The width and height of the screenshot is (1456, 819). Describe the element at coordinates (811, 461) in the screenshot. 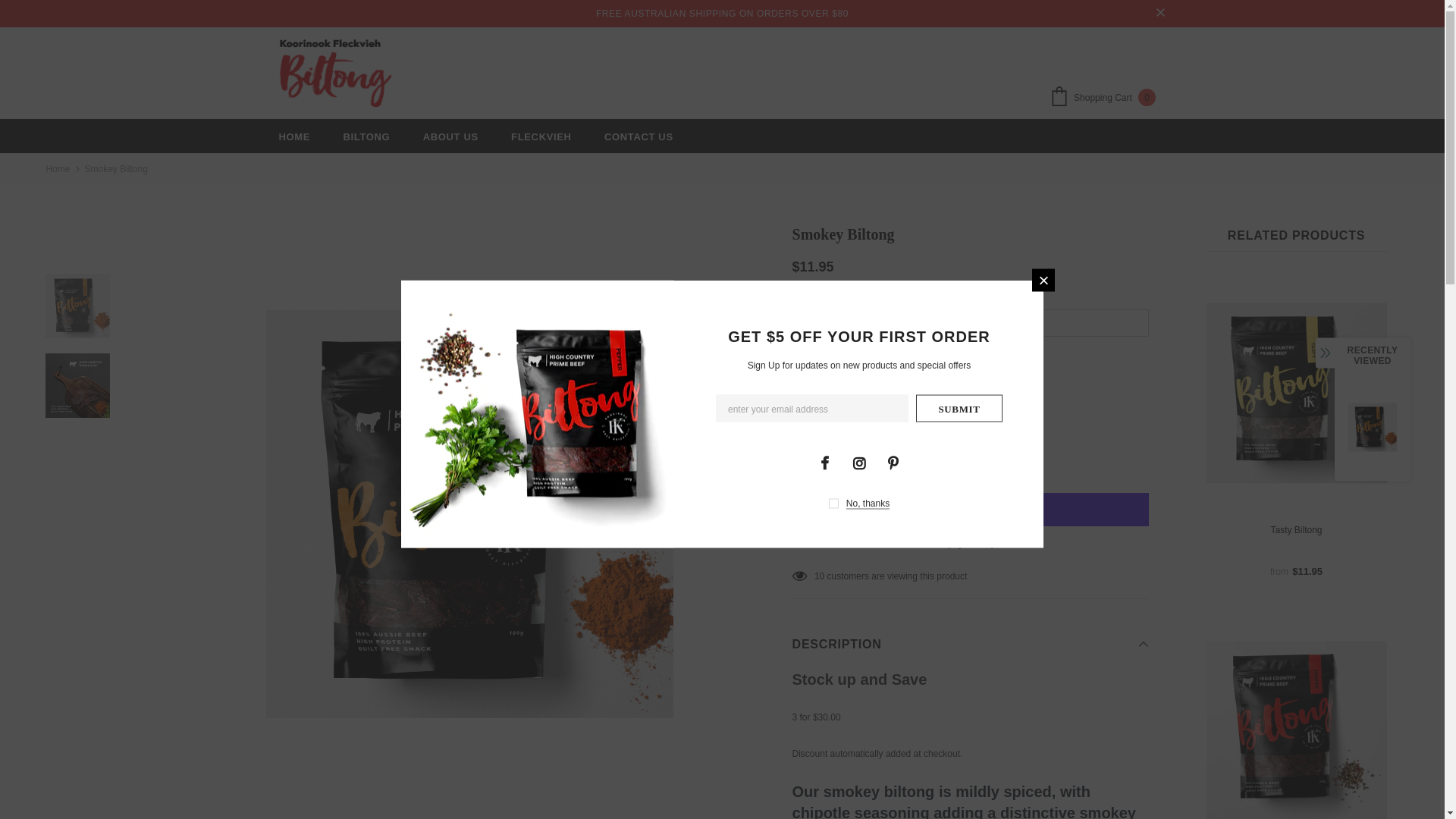

I see `'Facebook'` at that location.